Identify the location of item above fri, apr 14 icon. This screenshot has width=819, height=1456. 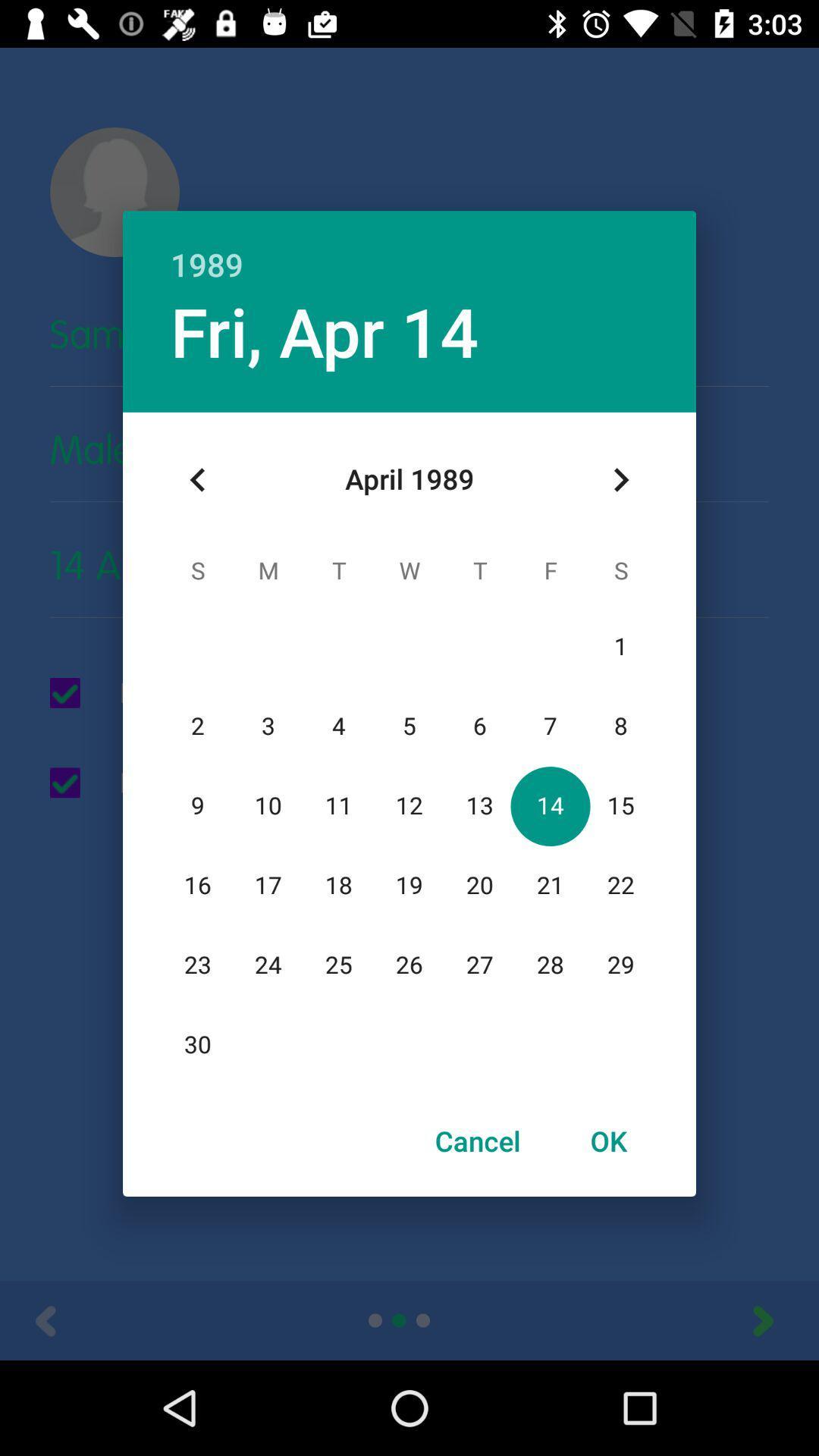
(409, 248).